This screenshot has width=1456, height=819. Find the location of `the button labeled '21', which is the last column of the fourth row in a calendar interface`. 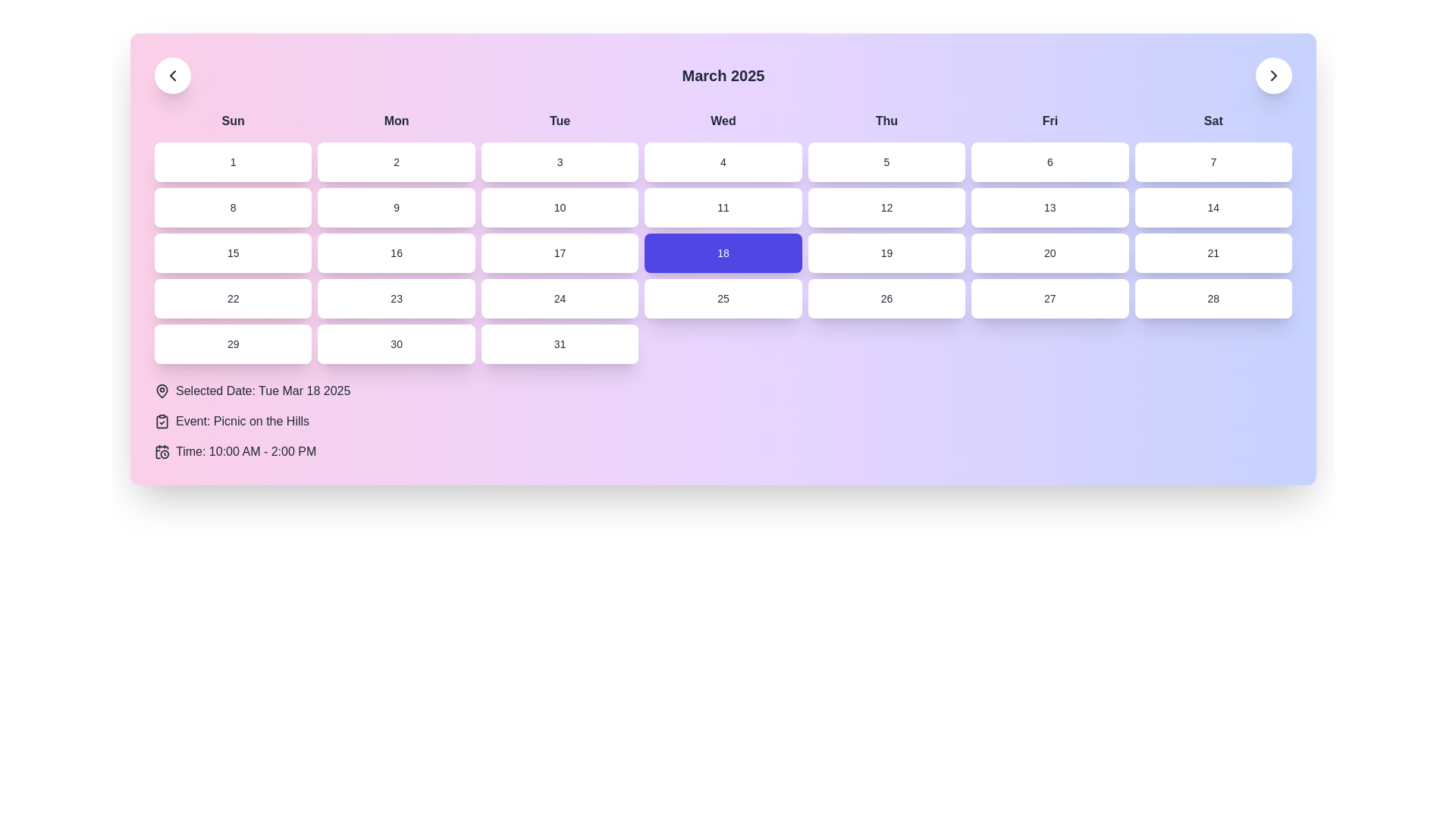

the button labeled '21', which is the last column of the fourth row in a calendar interface is located at coordinates (1212, 253).